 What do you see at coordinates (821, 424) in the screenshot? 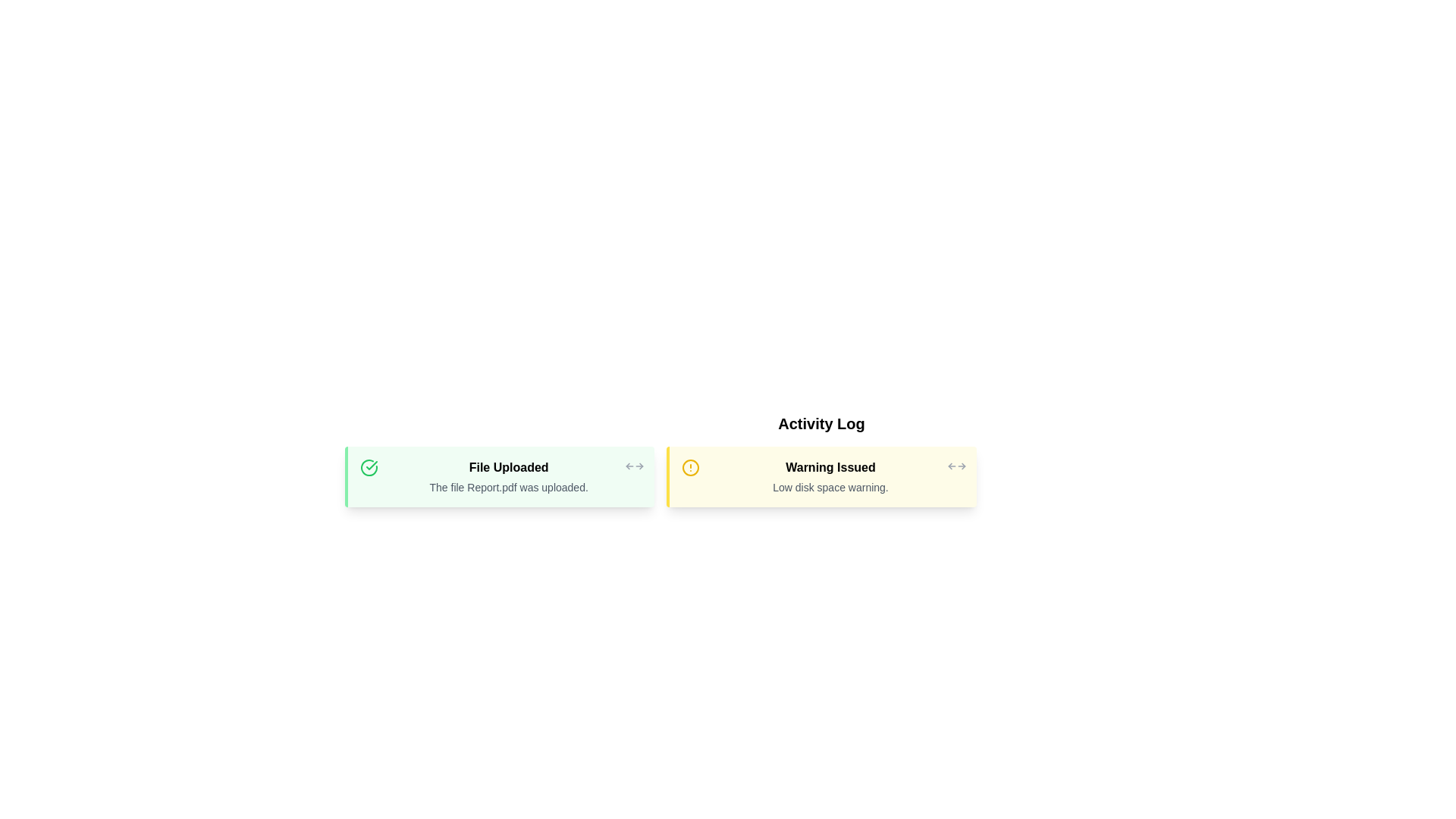
I see `the header text of the activity log section` at bounding box center [821, 424].